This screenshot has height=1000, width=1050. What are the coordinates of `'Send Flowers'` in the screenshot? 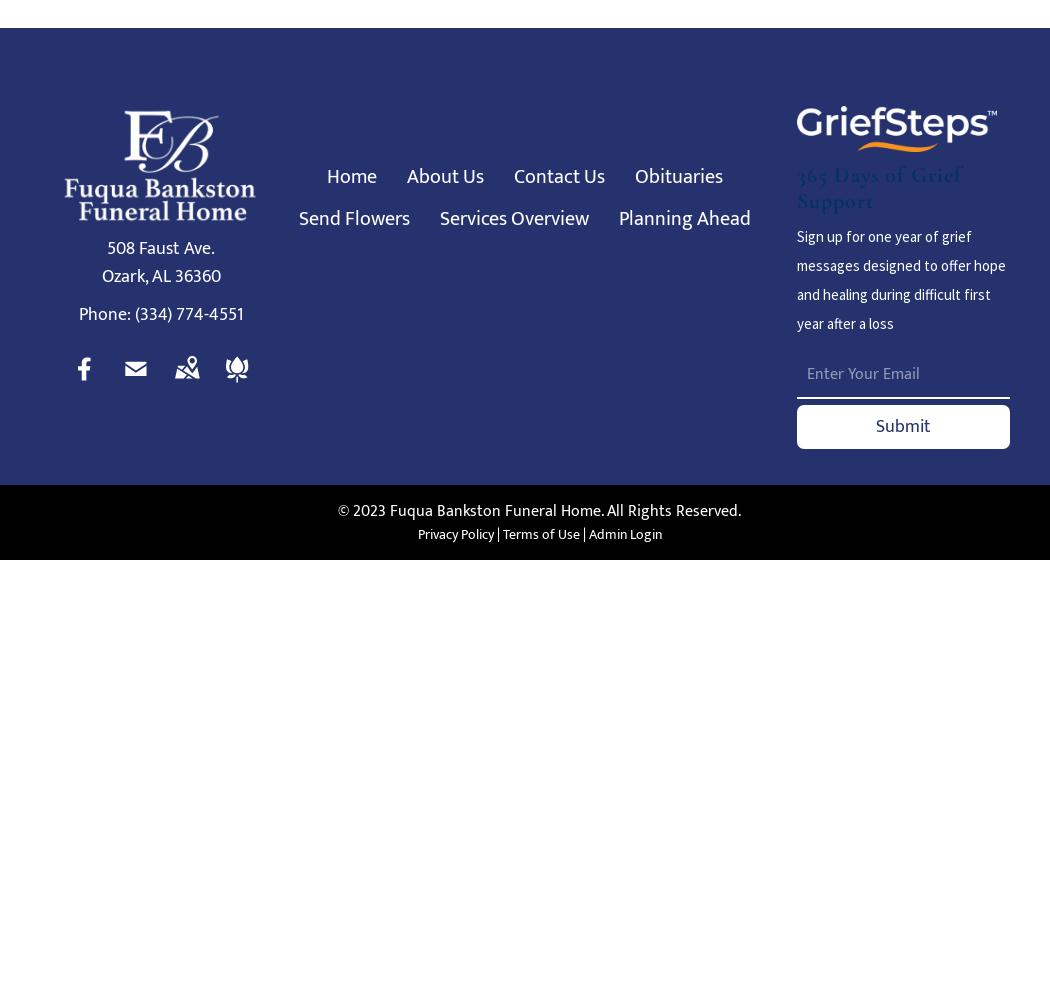 It's located at (353, 218).